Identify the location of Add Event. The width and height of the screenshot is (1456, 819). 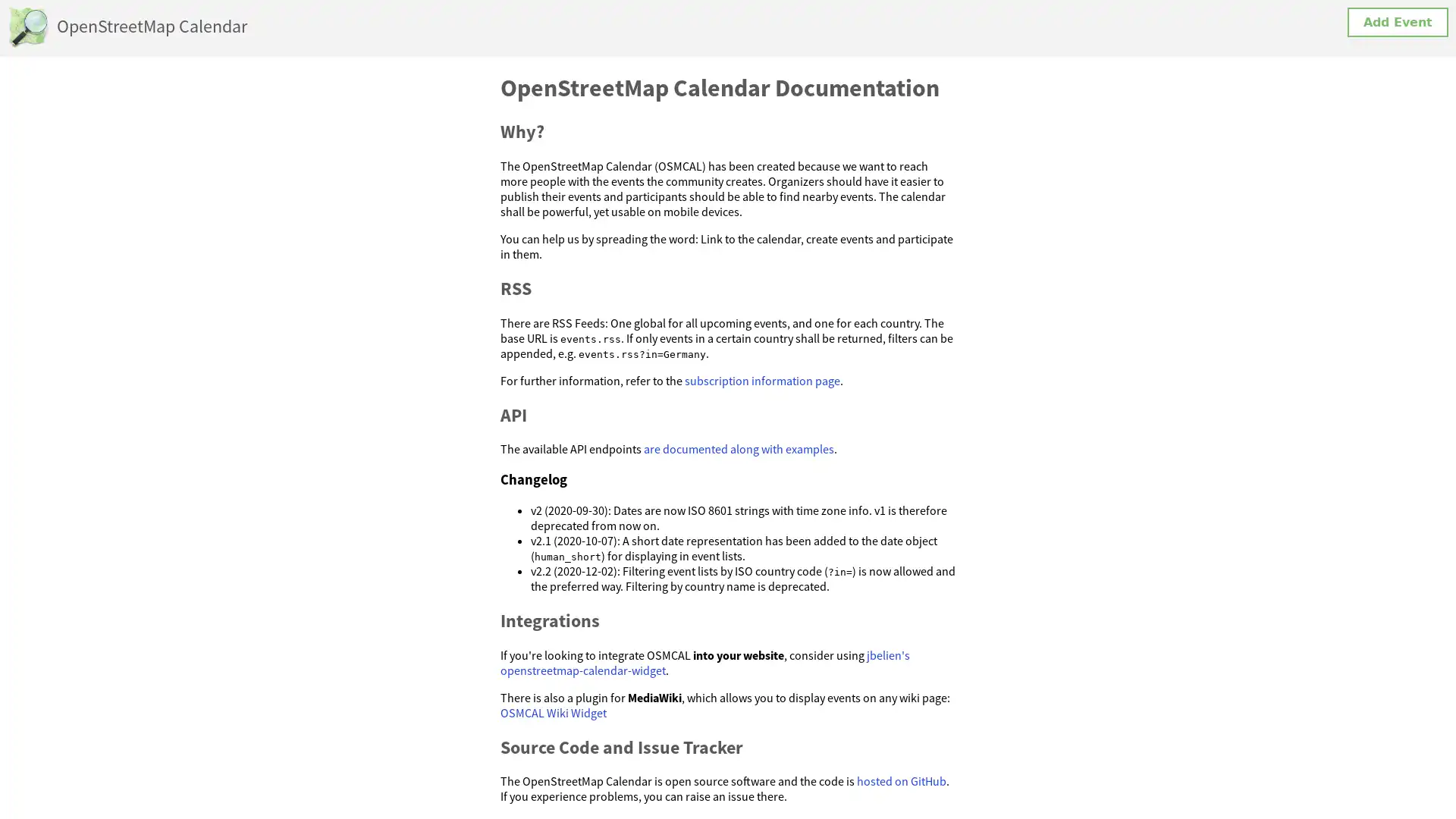
(1397, 22).